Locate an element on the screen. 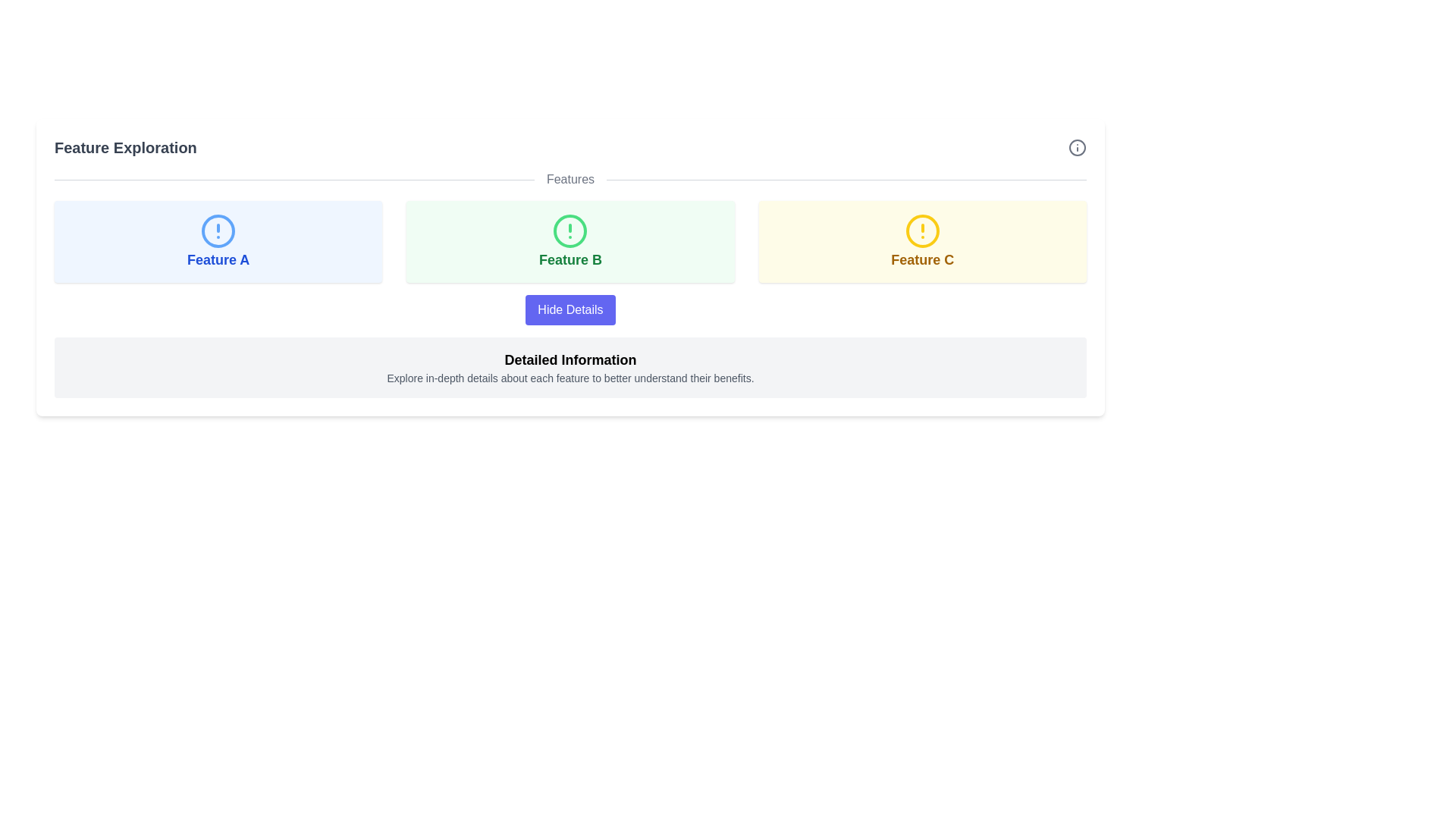 This screenshot has height=819, width=1456. the circular icon within the 'Feature A' card, which serves as an alert indicator for notable information is located at coordinates (218, 231).